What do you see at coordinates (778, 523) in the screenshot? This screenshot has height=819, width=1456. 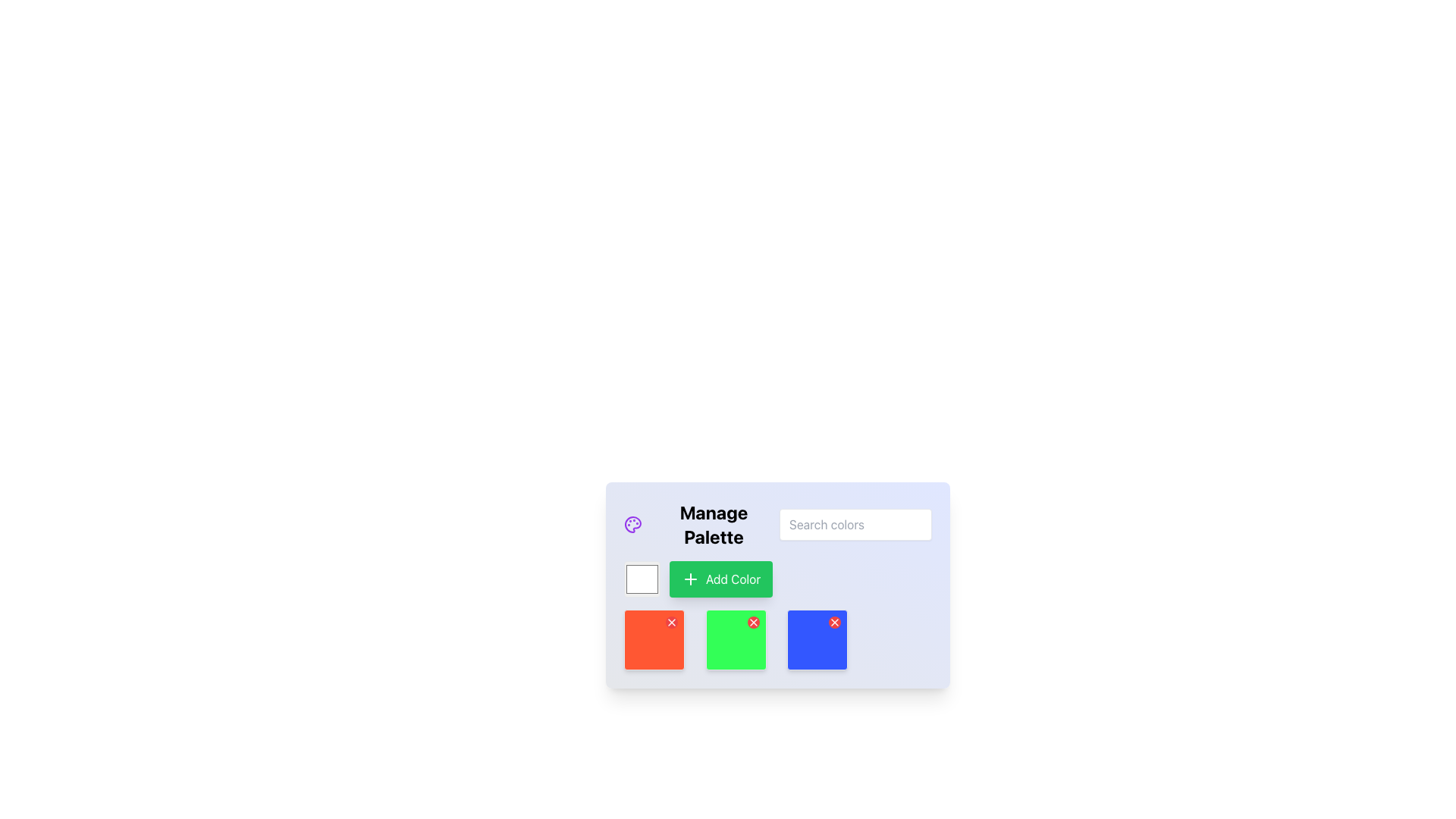 I see `the search input field located at the top-right of the card area, adjacent to the 'Manage Palette' text and purple palette icon` at bounding box center [778, 523].